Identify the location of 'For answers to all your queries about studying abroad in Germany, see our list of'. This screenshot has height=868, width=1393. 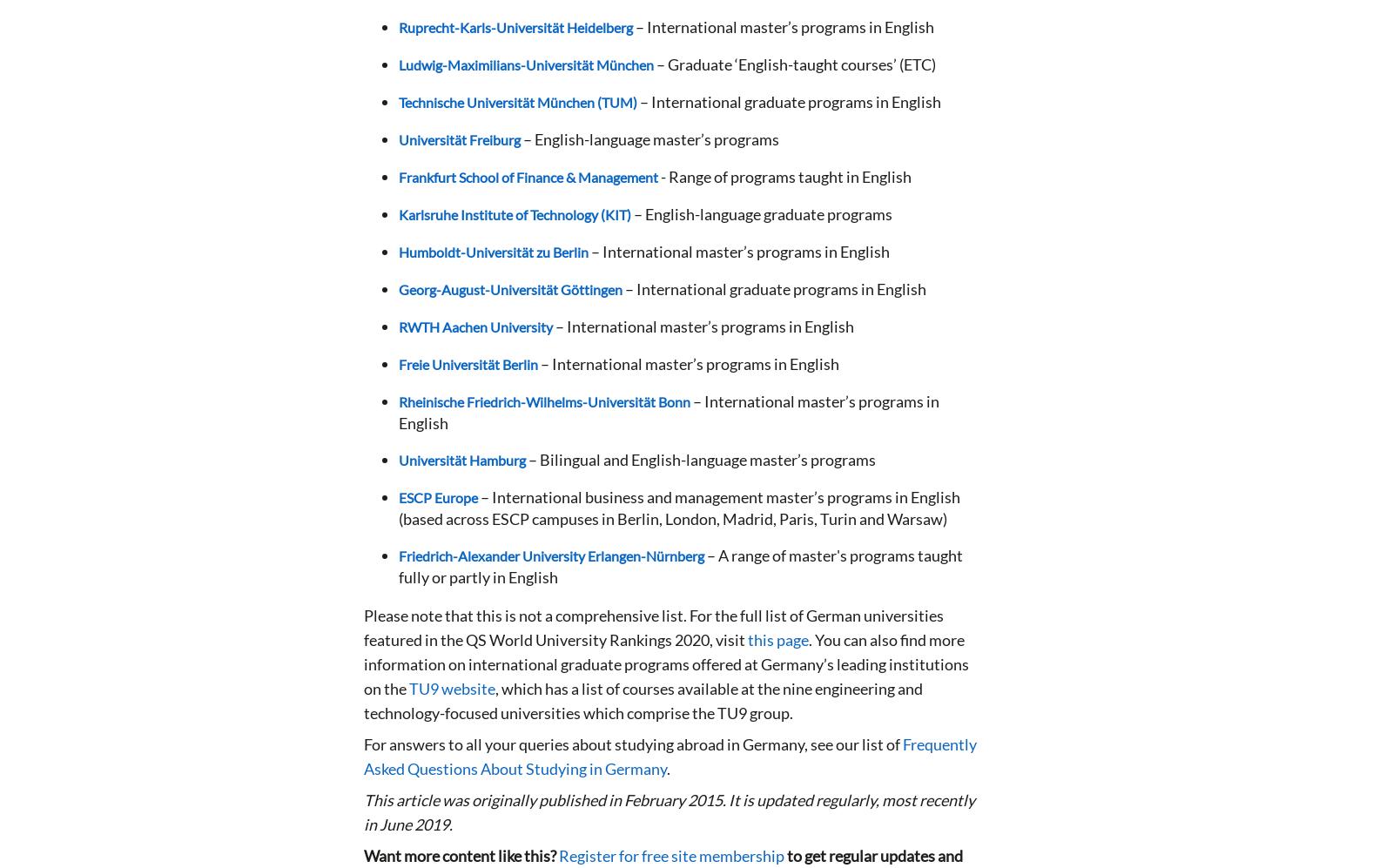
(633, 744).